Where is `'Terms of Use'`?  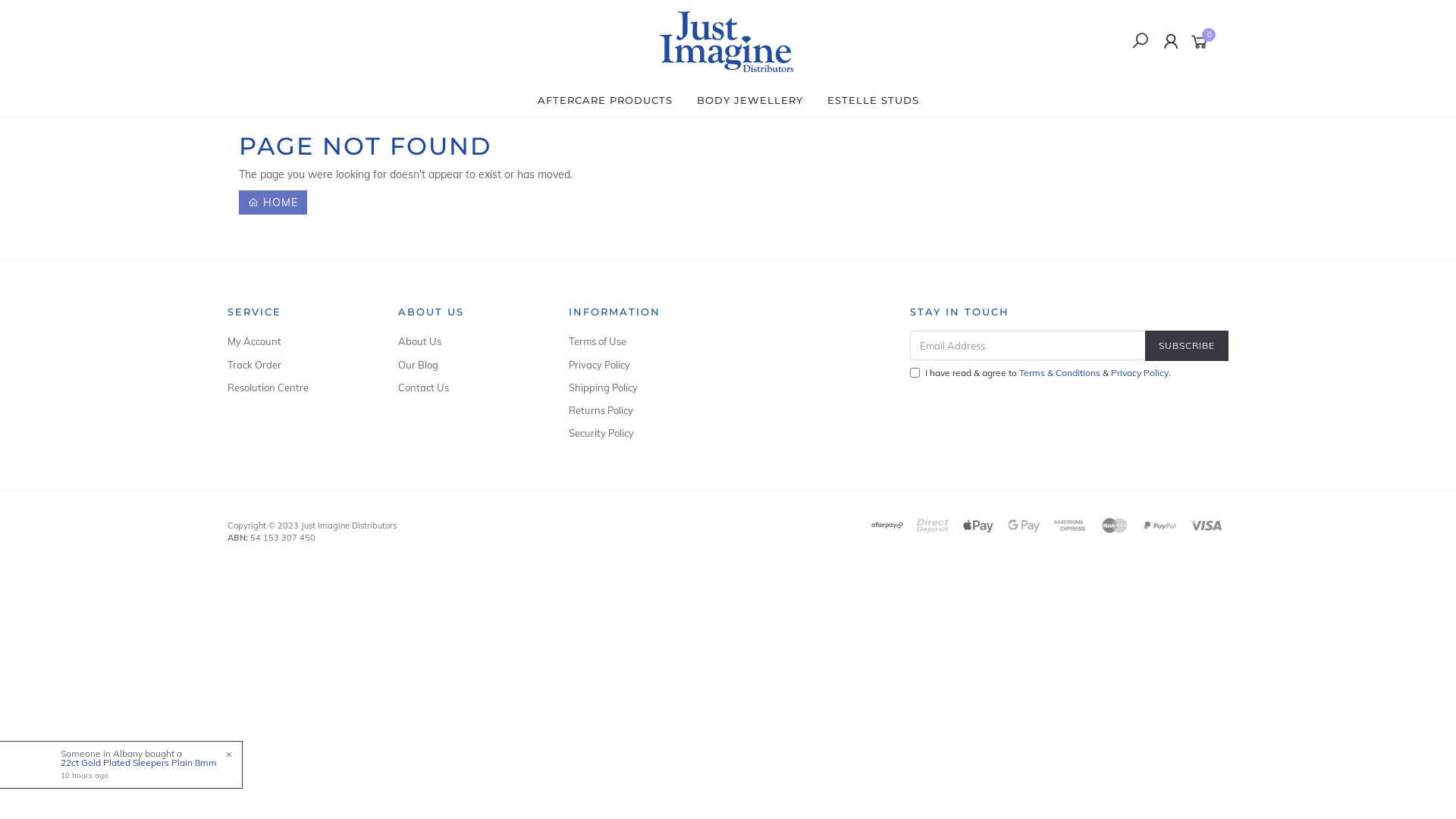
'Terms of Use' is located at coordinates (637, 341).